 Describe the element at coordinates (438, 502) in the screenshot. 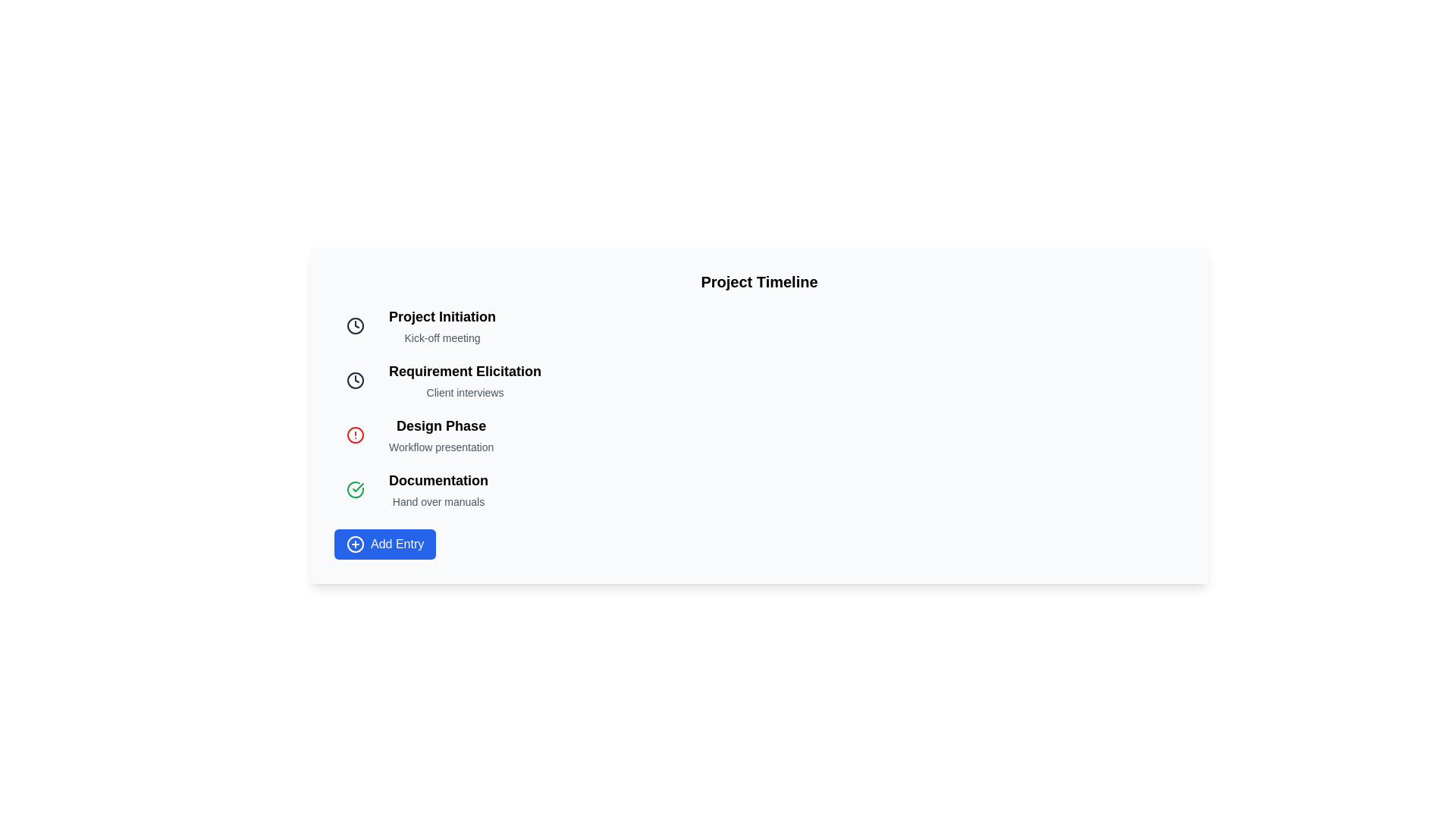

I see `the text element 'Hand over manuals' located below the 'Documentation' heading in the 'Documentation' section of the 'Project Timeline'` at that location.